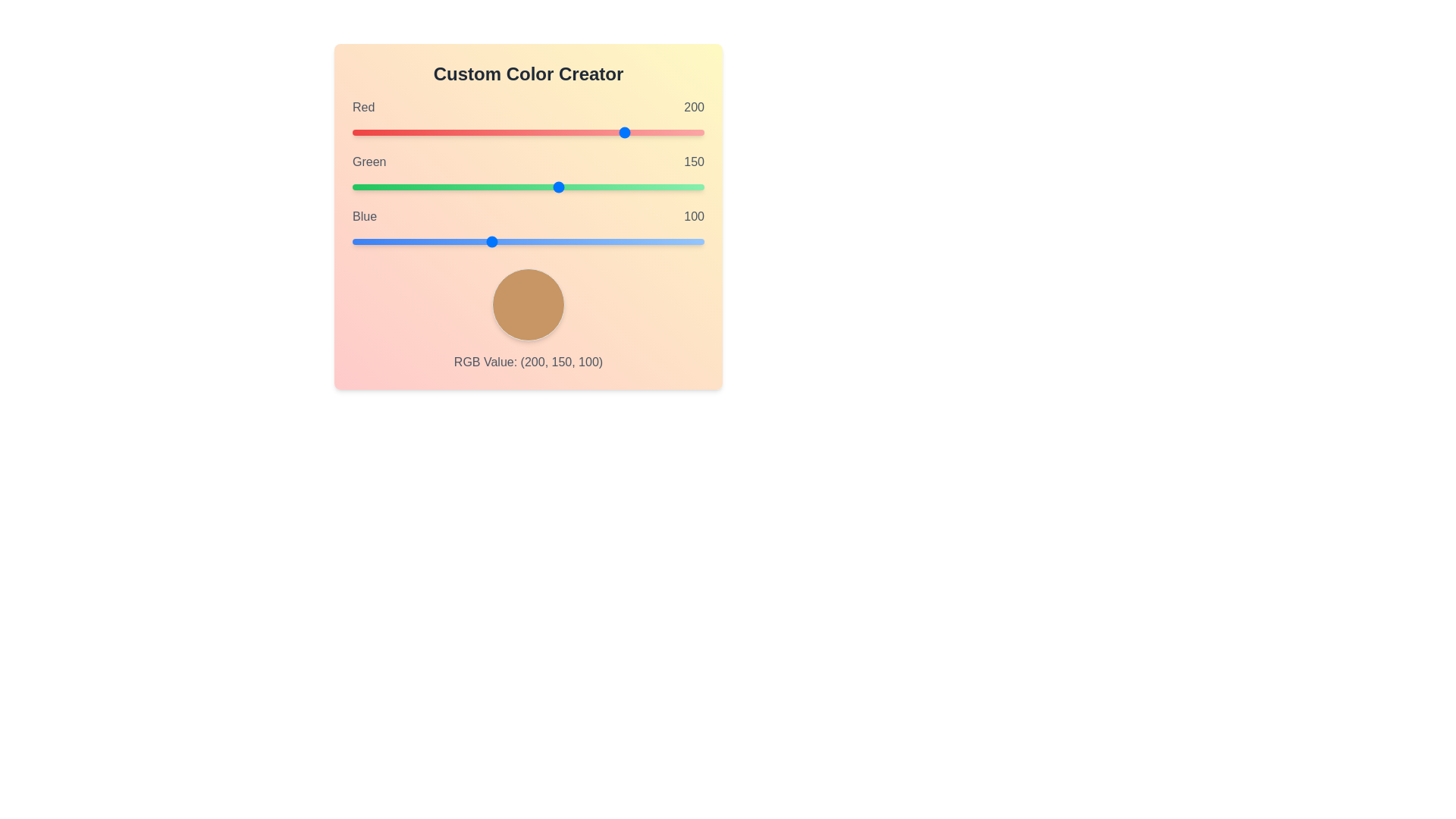  Describe the element at coordinates (621, 241) in the screenshot. I see `the blue slider to set the blue value to 195` at that location.